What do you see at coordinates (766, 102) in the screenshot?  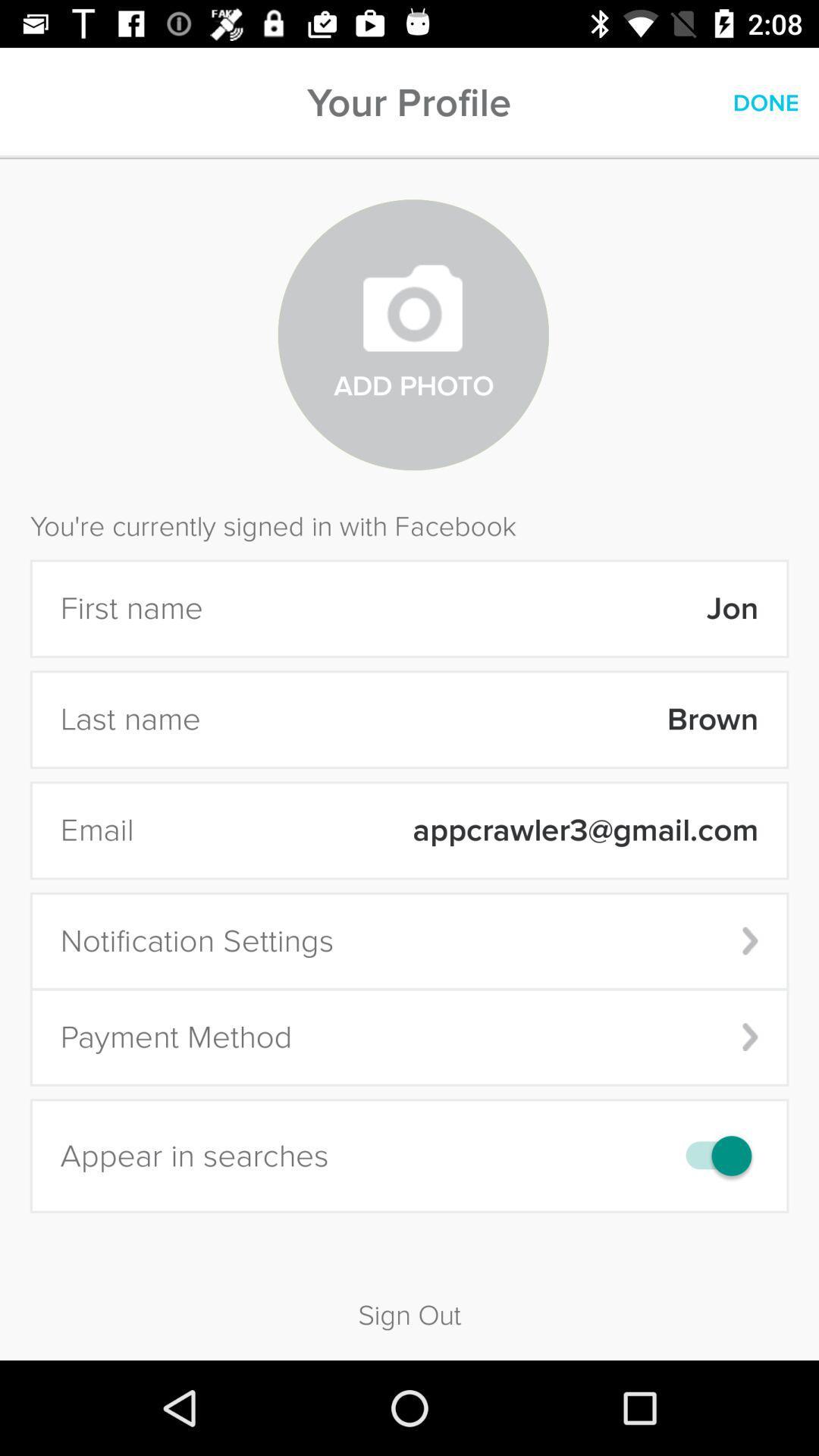 I see `the icon next to the your profile item` at bounding box center [766, 102].